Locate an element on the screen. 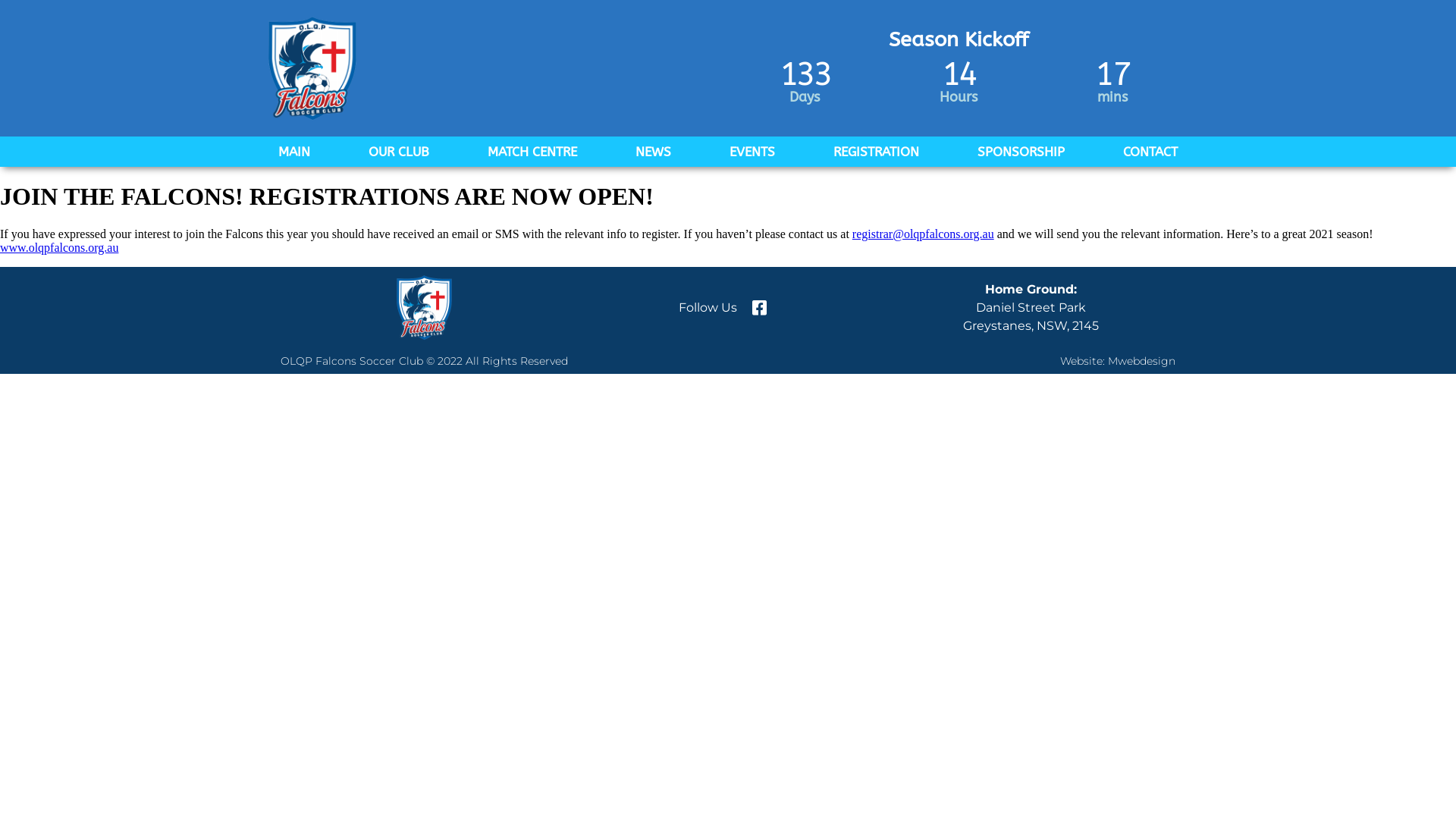 This screenshot has width=1456, height=819. 'REGISTRATION' is located at coordinates (876, 152).